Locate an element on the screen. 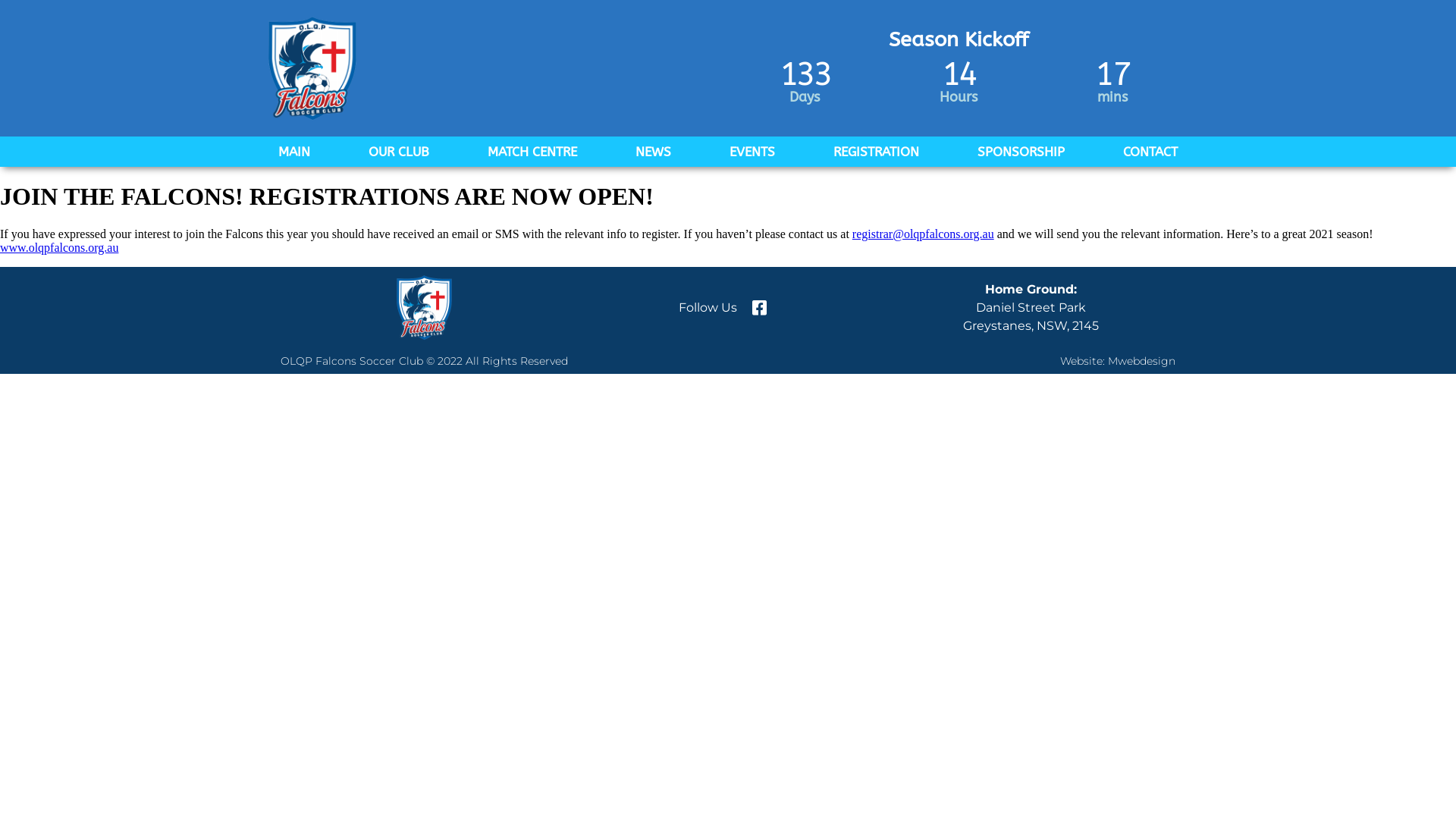 This screenshot has width=1456, height=819. 'REGISTRATION' is located at coordinates (876, 152).